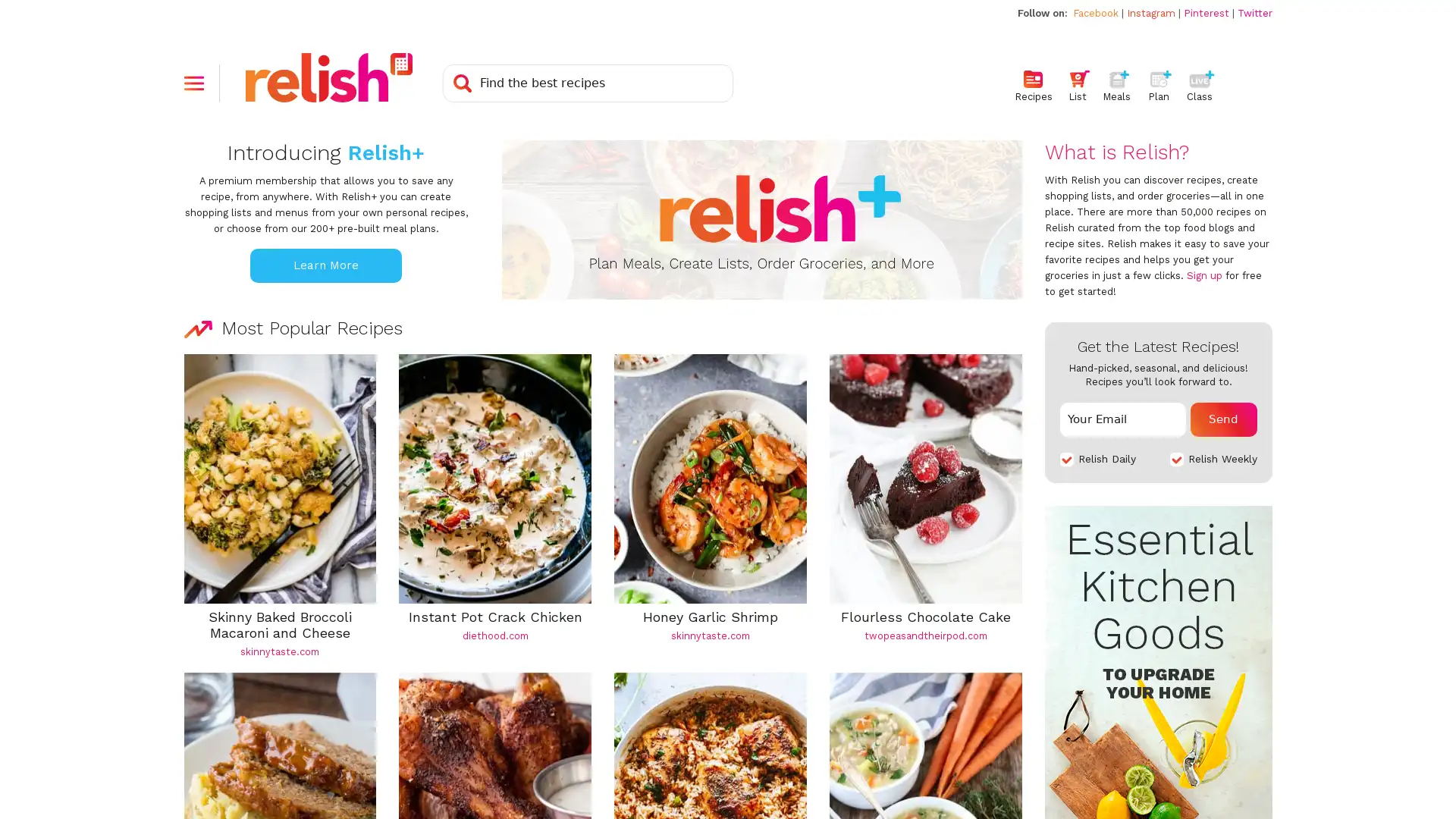 The height and width of the screenshot is (819, 1456). Describe the element at coordinates (1223, 419) in the screenshot. I see `Send` at that location.